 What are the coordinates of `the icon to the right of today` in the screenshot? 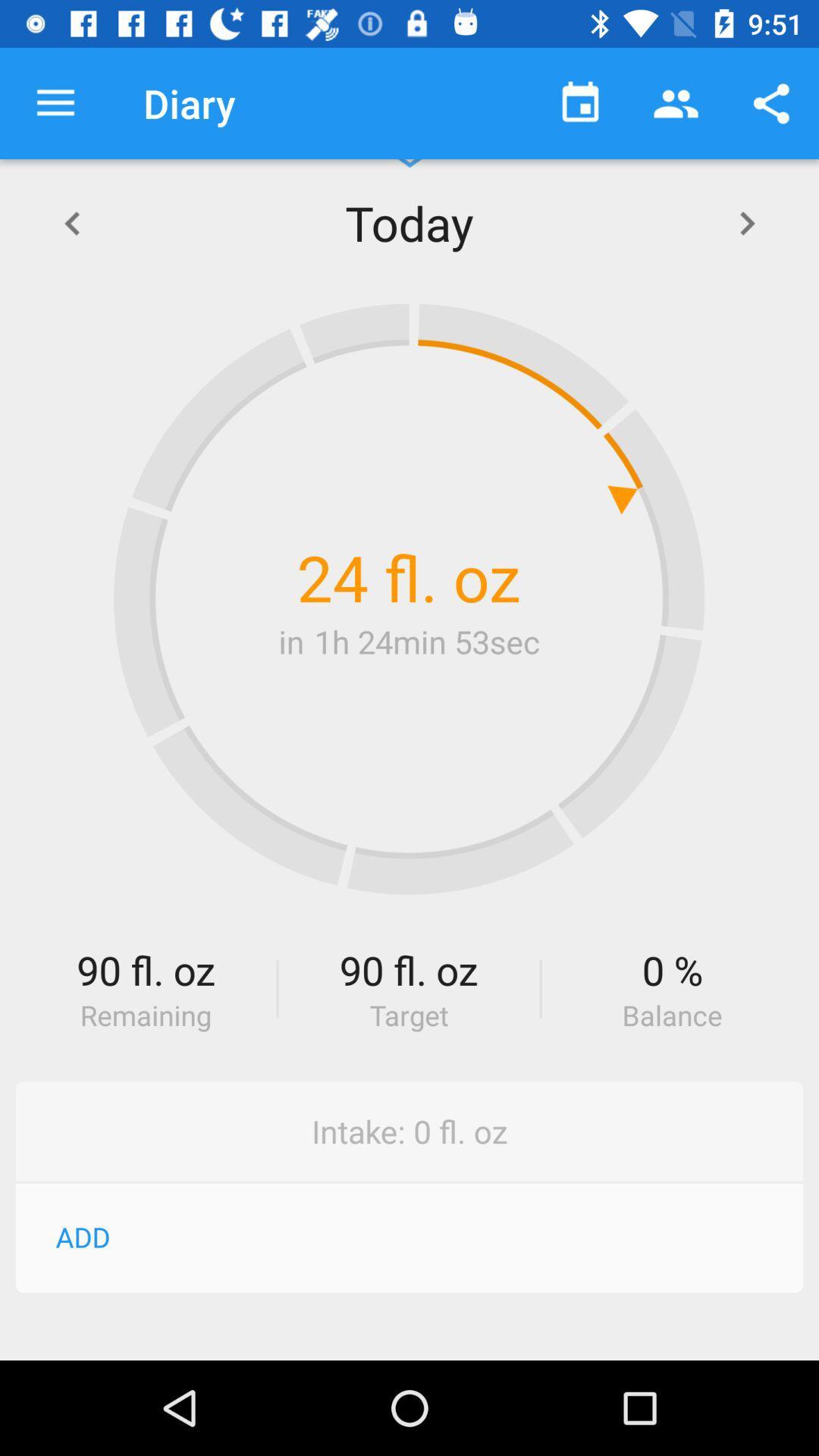 It's located at (746, 221).